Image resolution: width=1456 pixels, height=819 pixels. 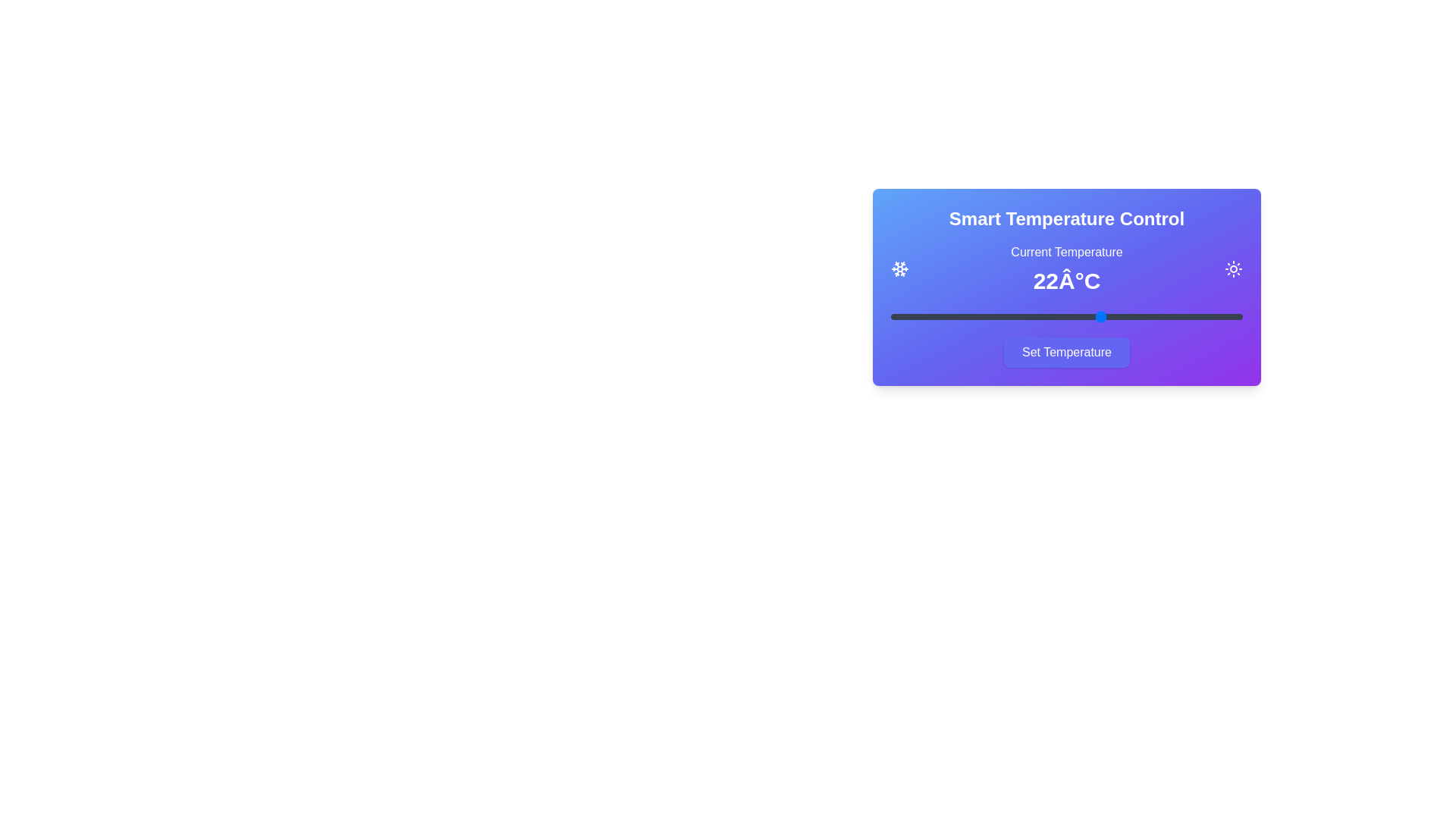 I want to click on the temperature slider, so click(x=1102, y=315).